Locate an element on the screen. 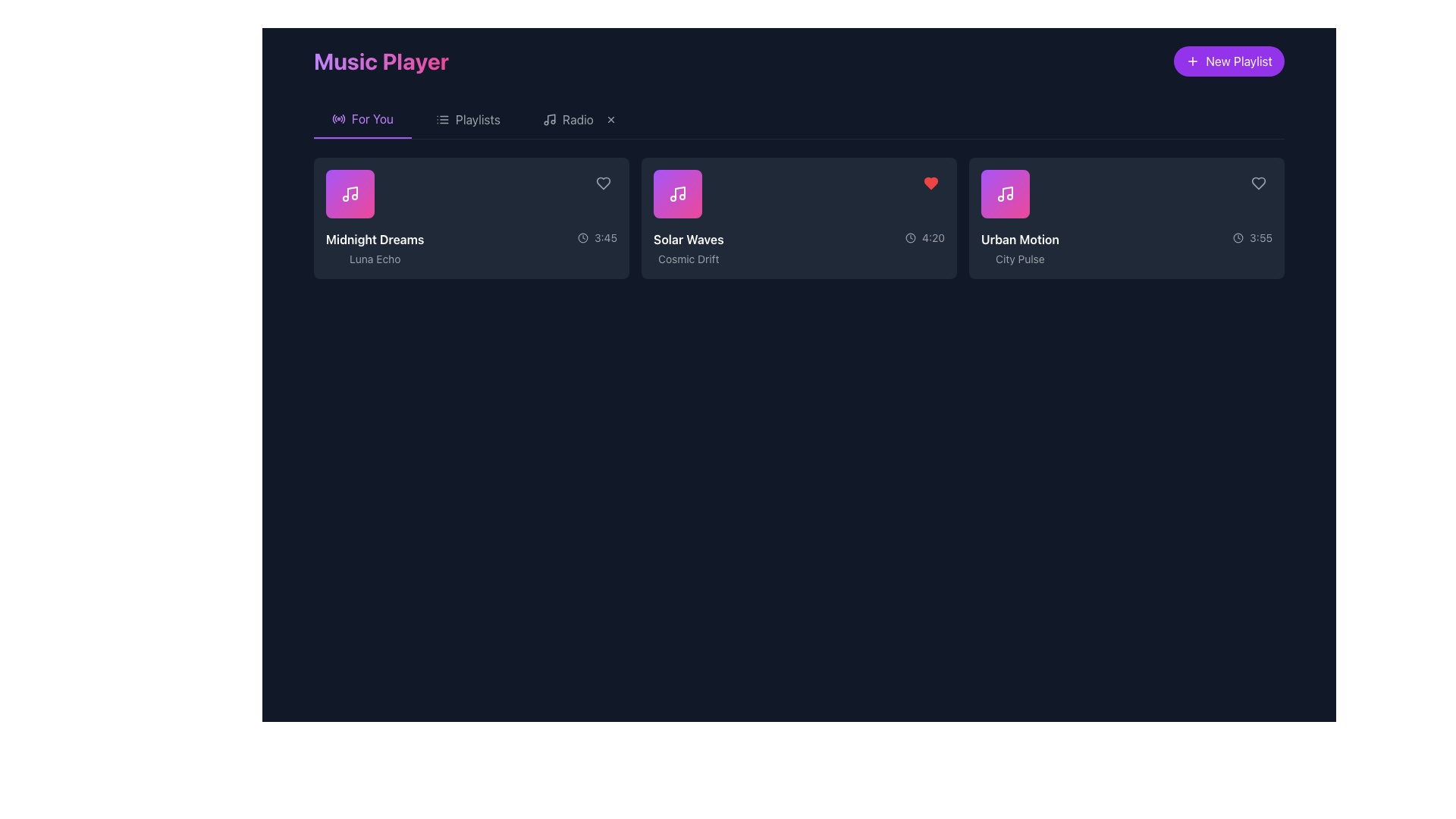 This screenshot has width=1456, height=819. the heart icon to mark the song 'Solar Waves' by Cosmic Drift as a favorite is located at coordinates (930, 183).